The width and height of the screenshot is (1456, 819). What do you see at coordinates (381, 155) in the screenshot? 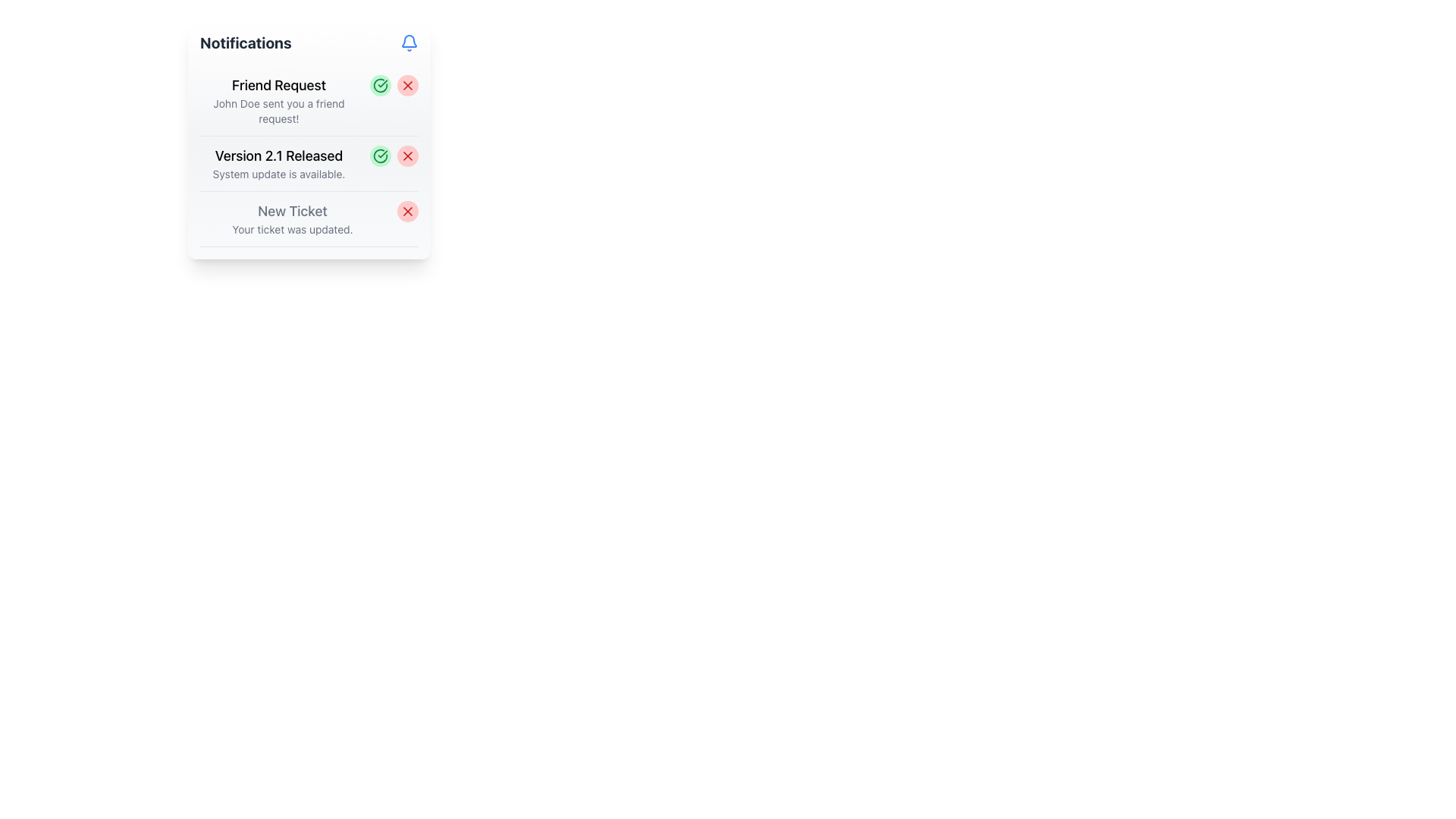
I see `the circular light green button with a dark green checkmark icon` at bounding box center [381, 155].